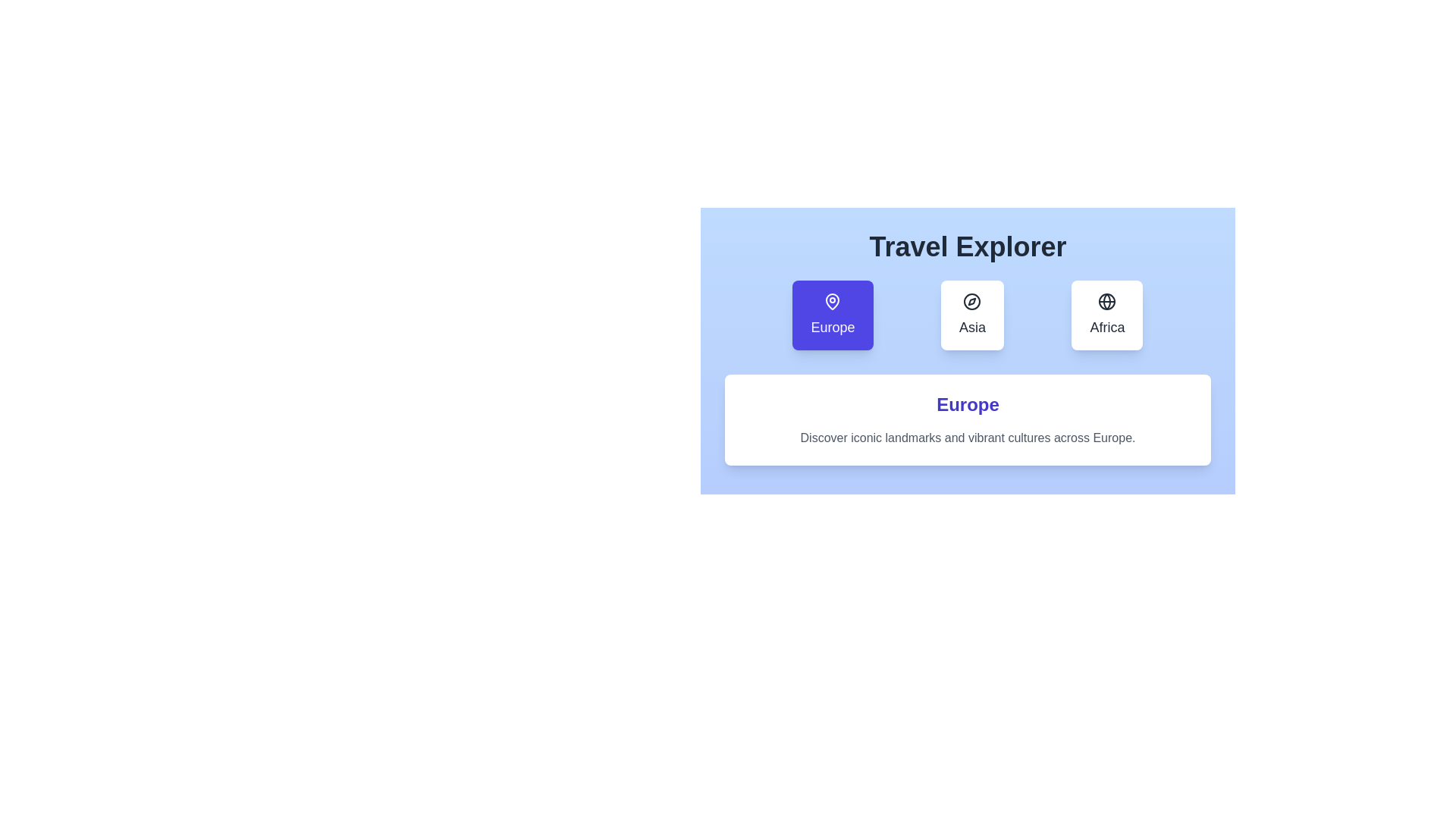  What do you see at coordinates (1107, 301) in the screenshot?
I see `the decorative icon representing the 'Africa' option in the top-right section of the menu interface` at bounding box center [1107, 301].